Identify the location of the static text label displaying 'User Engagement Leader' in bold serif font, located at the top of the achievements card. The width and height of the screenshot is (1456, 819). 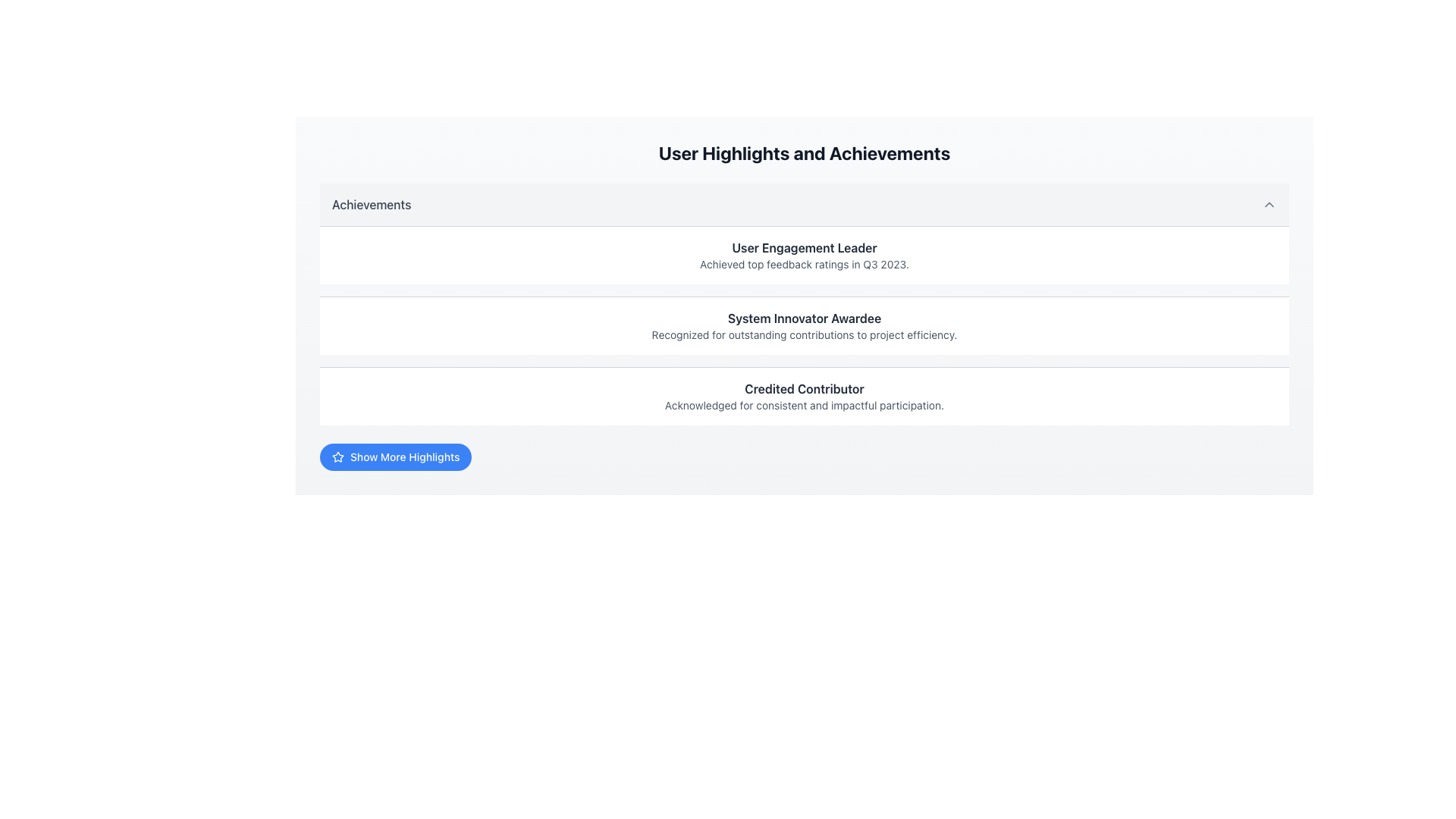
(803, 247).